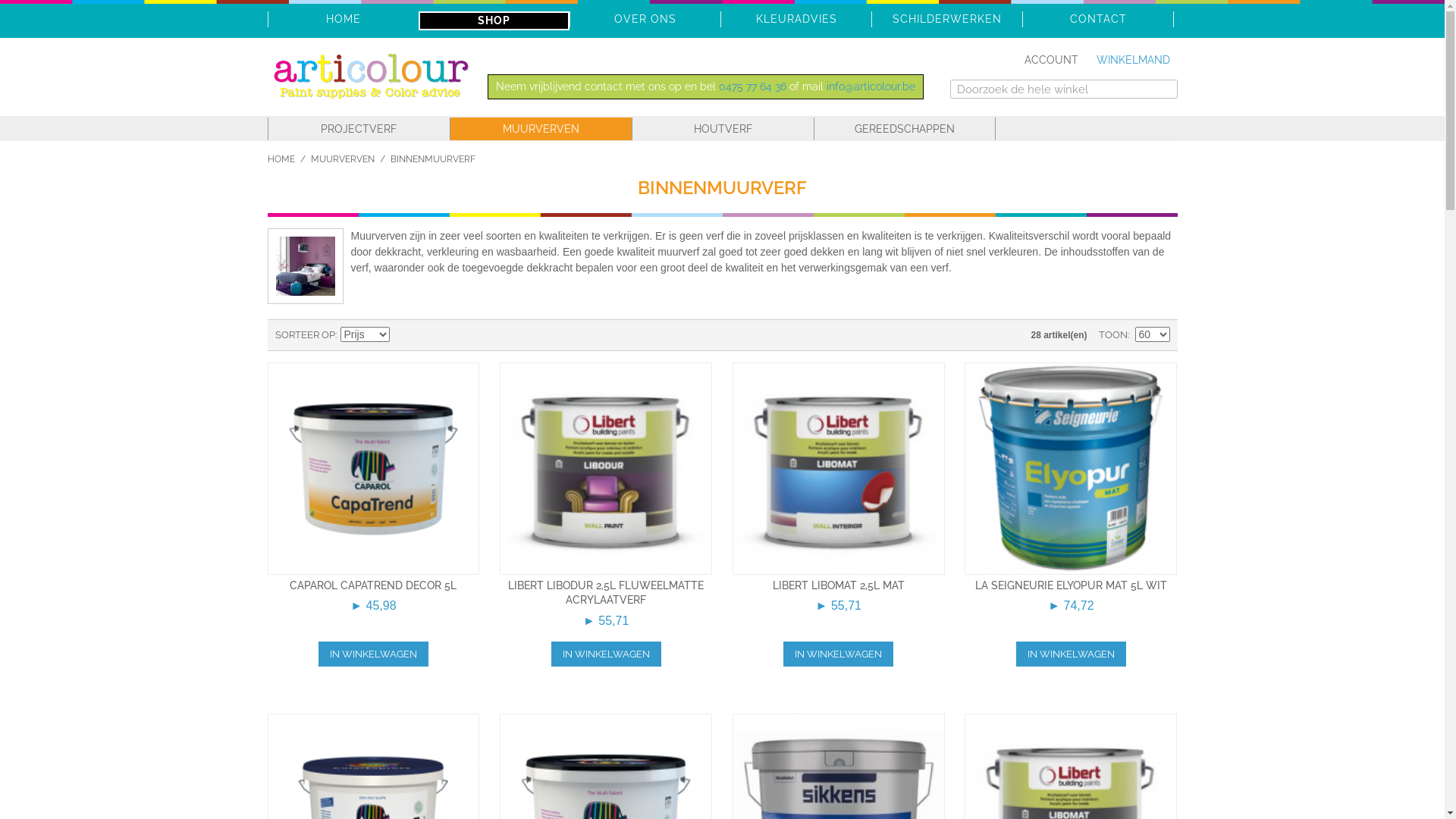  Describe the element at coordinates (825, 86) in the screenshot. I see `'info@articolour.be'` at that location.